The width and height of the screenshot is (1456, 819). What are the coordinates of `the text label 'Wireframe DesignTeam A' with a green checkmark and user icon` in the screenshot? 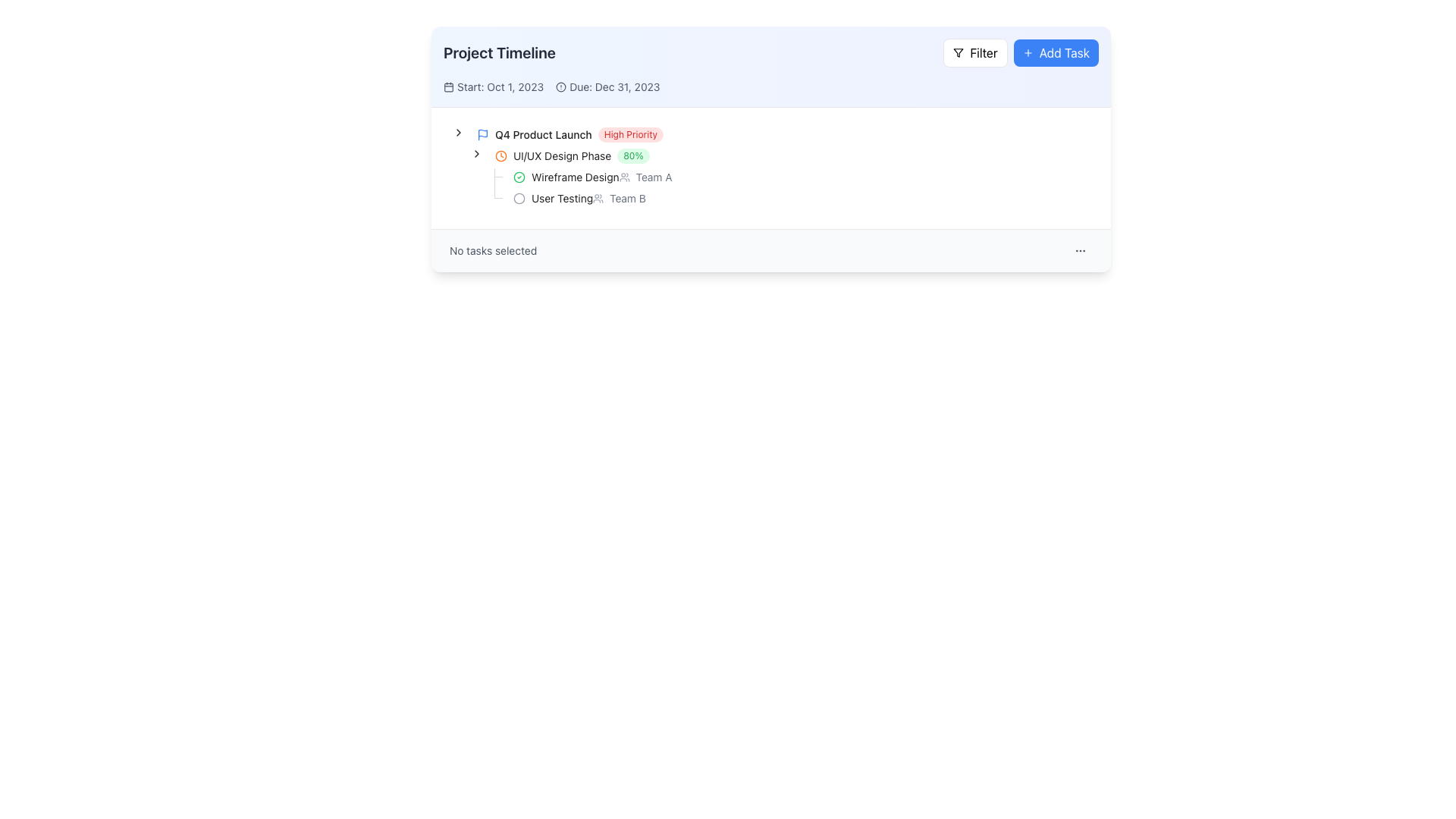 It's located at (598, 177).